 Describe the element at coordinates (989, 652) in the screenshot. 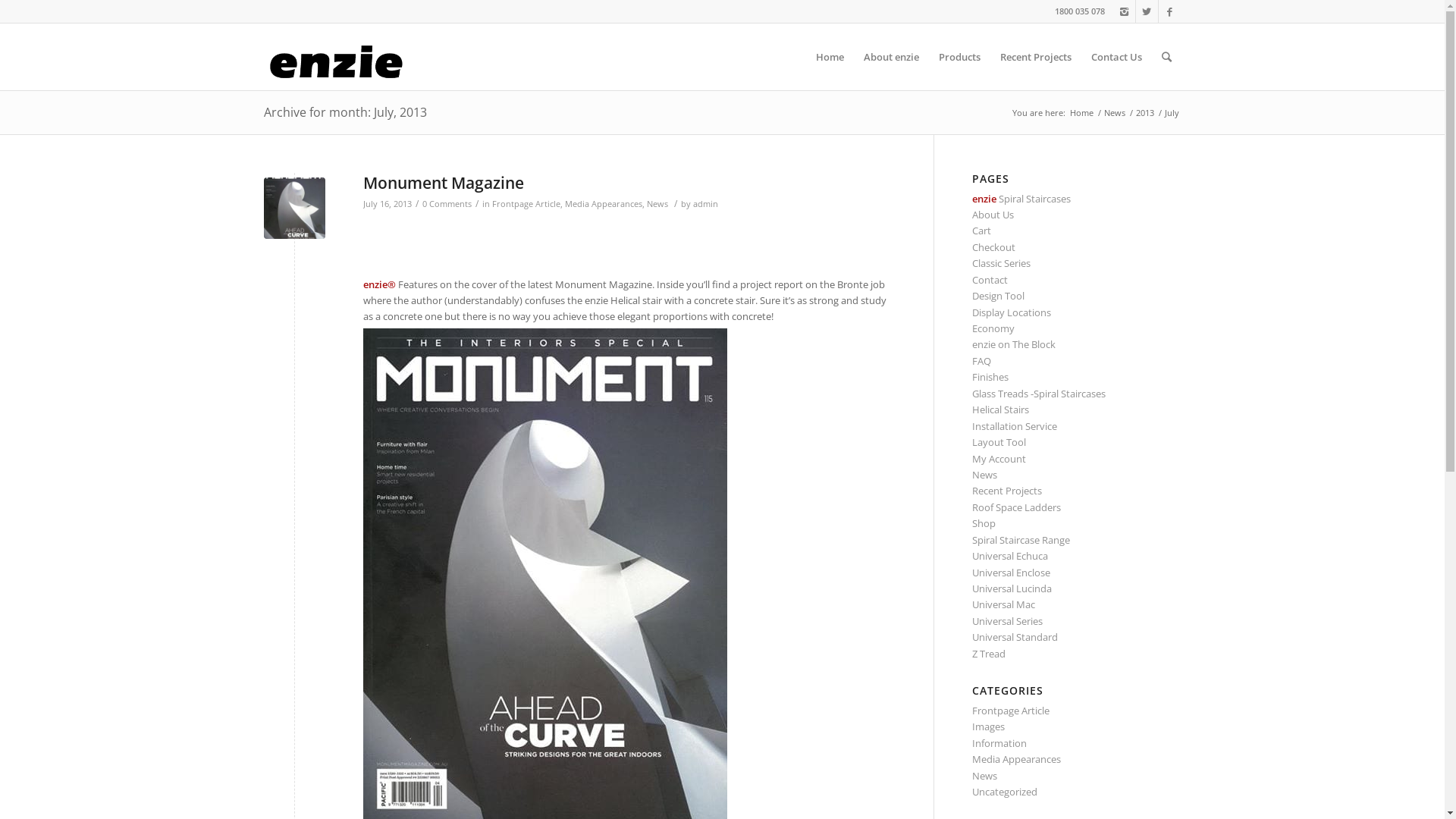

I see `'Z Tread'` at that location.